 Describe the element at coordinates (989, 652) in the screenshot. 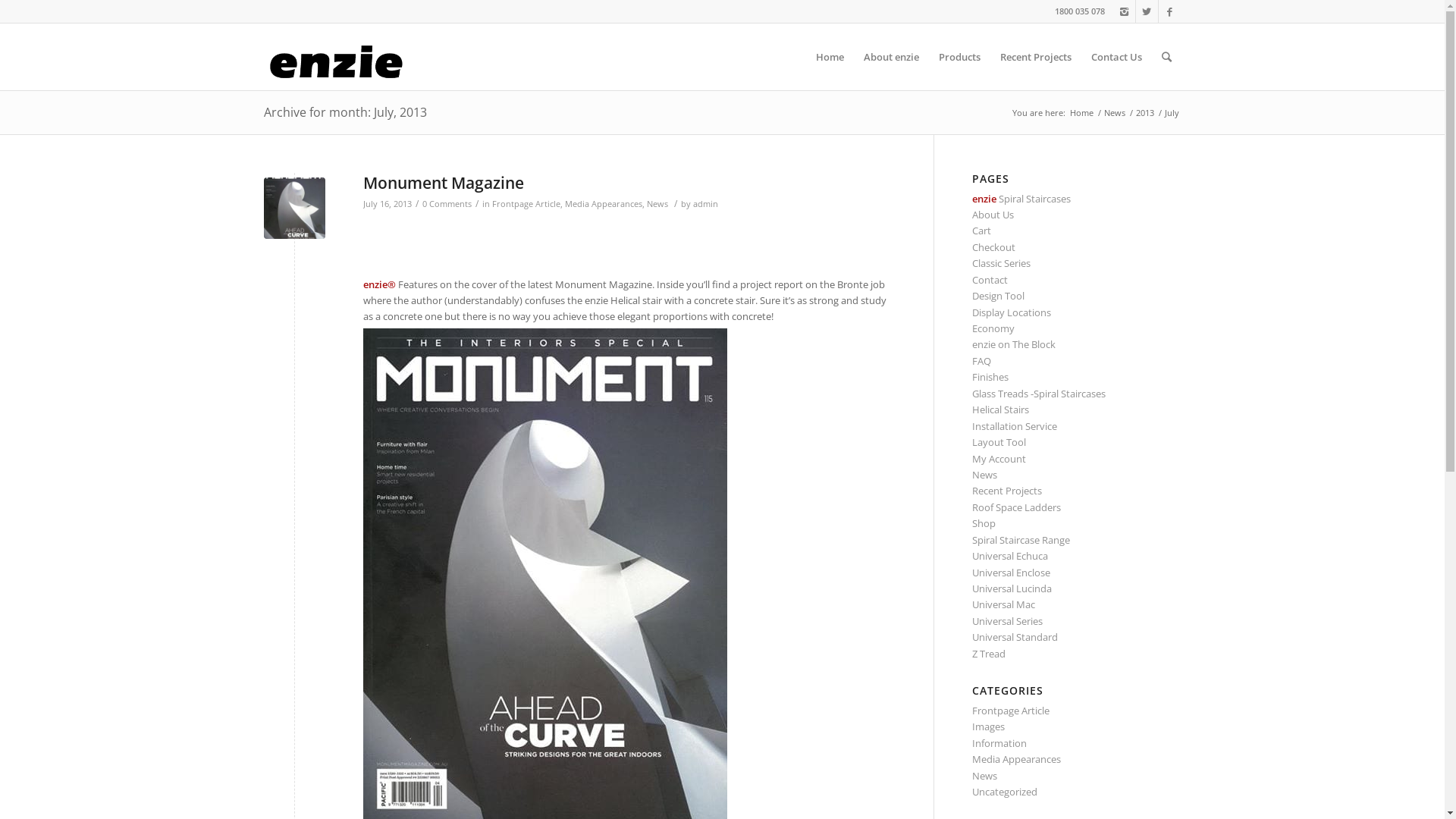

I see `'Z Tread'` at that location.